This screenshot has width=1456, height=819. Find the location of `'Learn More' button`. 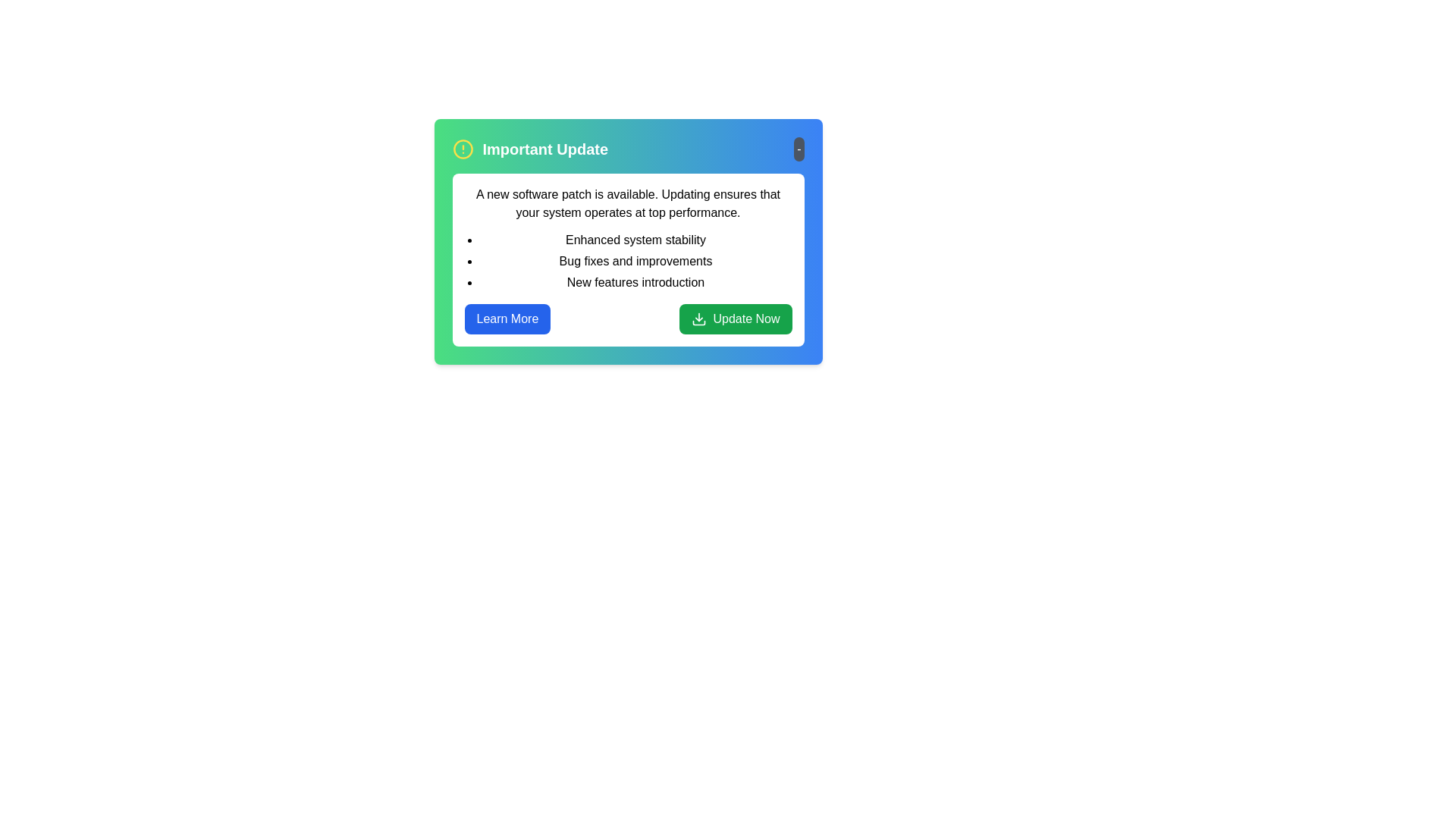

'Learn More' button is located at coordinates (507, 318).